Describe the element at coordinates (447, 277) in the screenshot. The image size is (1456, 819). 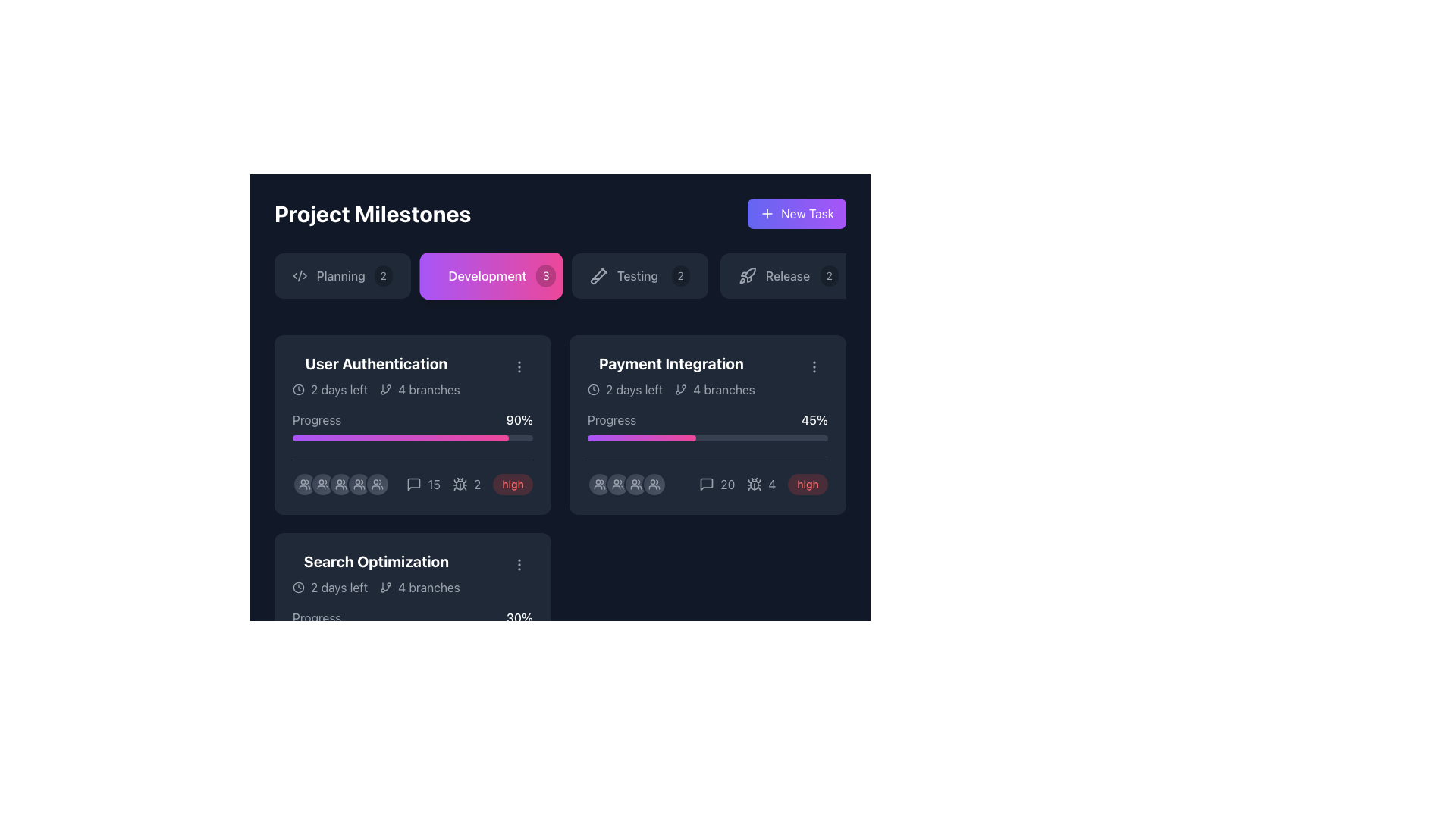
I see `the middle section of the database icon located in the 'Development' tab of the navigation header by clicking on it` at that location.